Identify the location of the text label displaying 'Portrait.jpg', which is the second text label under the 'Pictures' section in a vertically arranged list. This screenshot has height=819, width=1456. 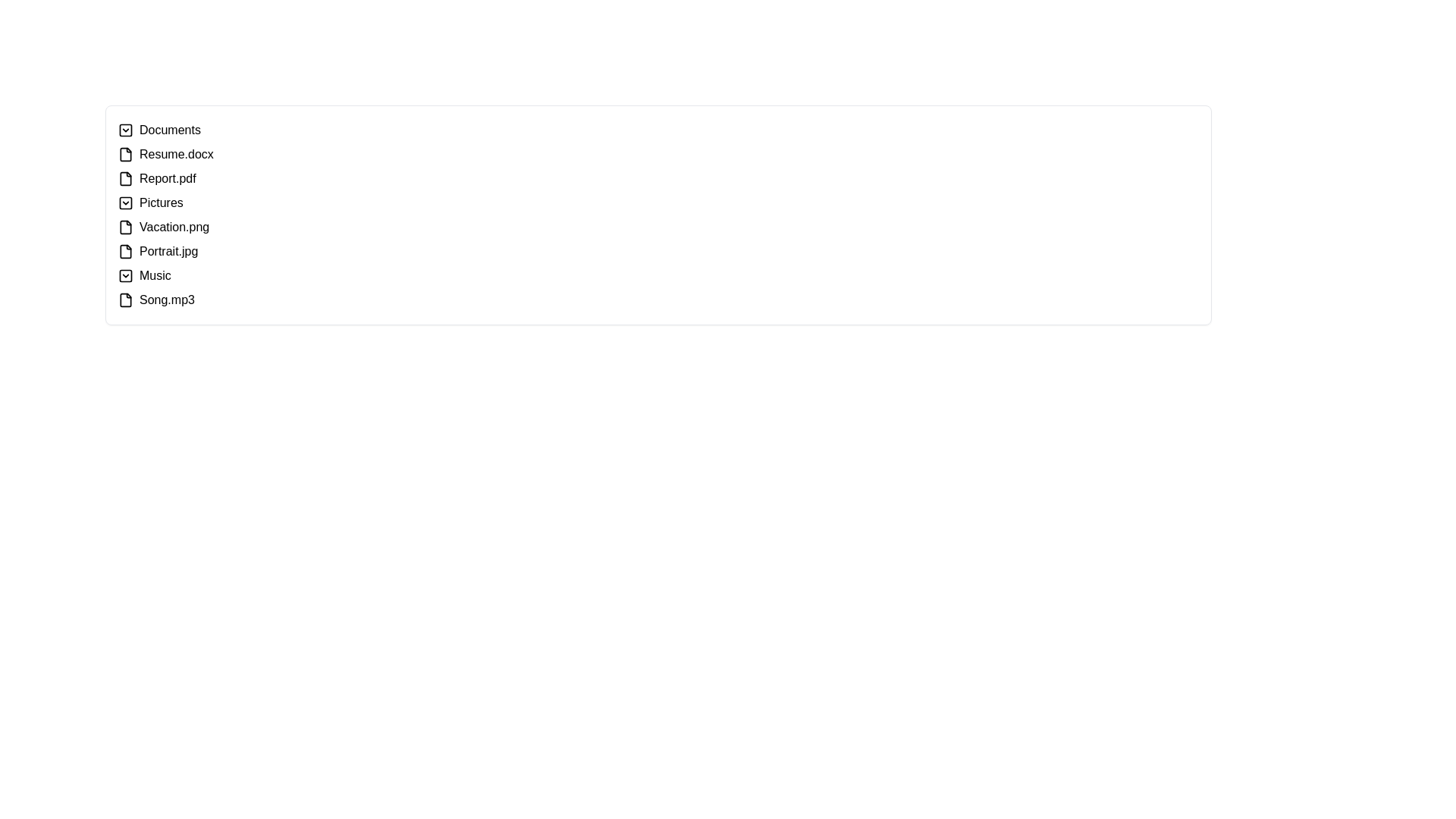
(168, 250).